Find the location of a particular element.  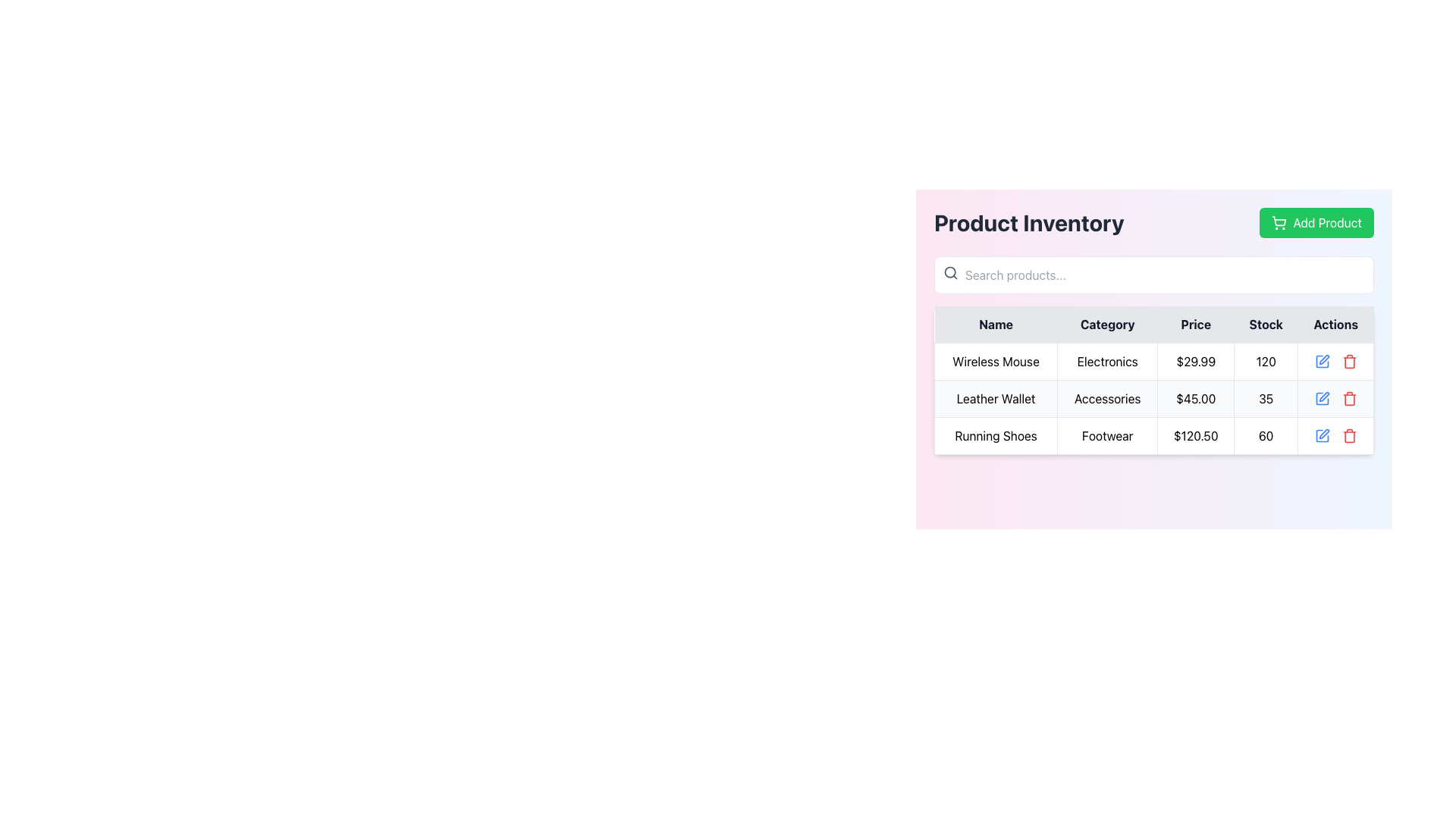

the text label displaying '$29.99' in the 'Price' column of the first row, which is adjacent to the 'Wireless Mouse' in the 'Name' column is located at coordinates (1195, 362).